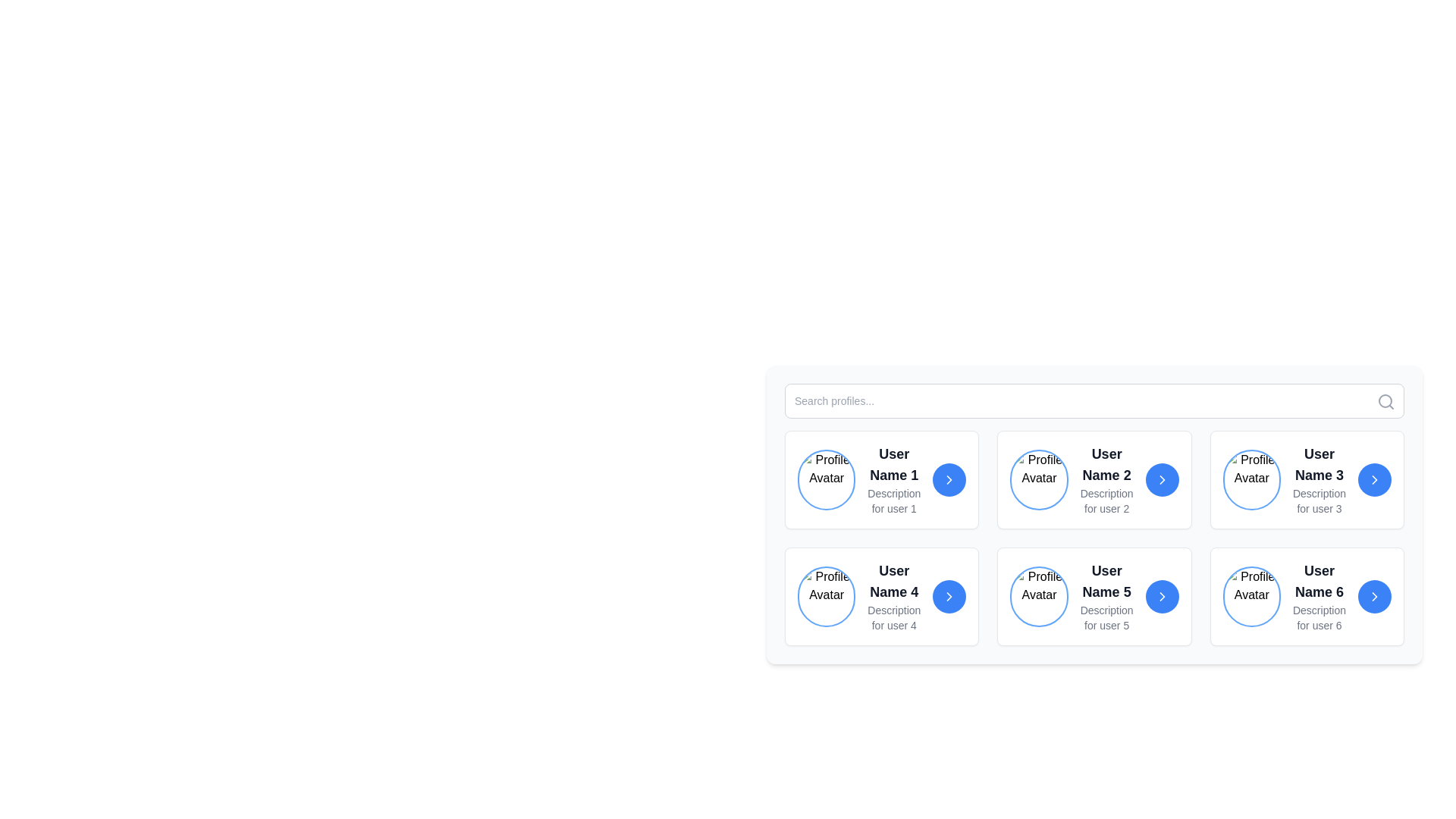  I want to click on the circular profile avatar image with a blue border located in the first row, third column of the user profile card, adjacent to 'User Name 3' and 'Description for user 3', so click(1251, 479).